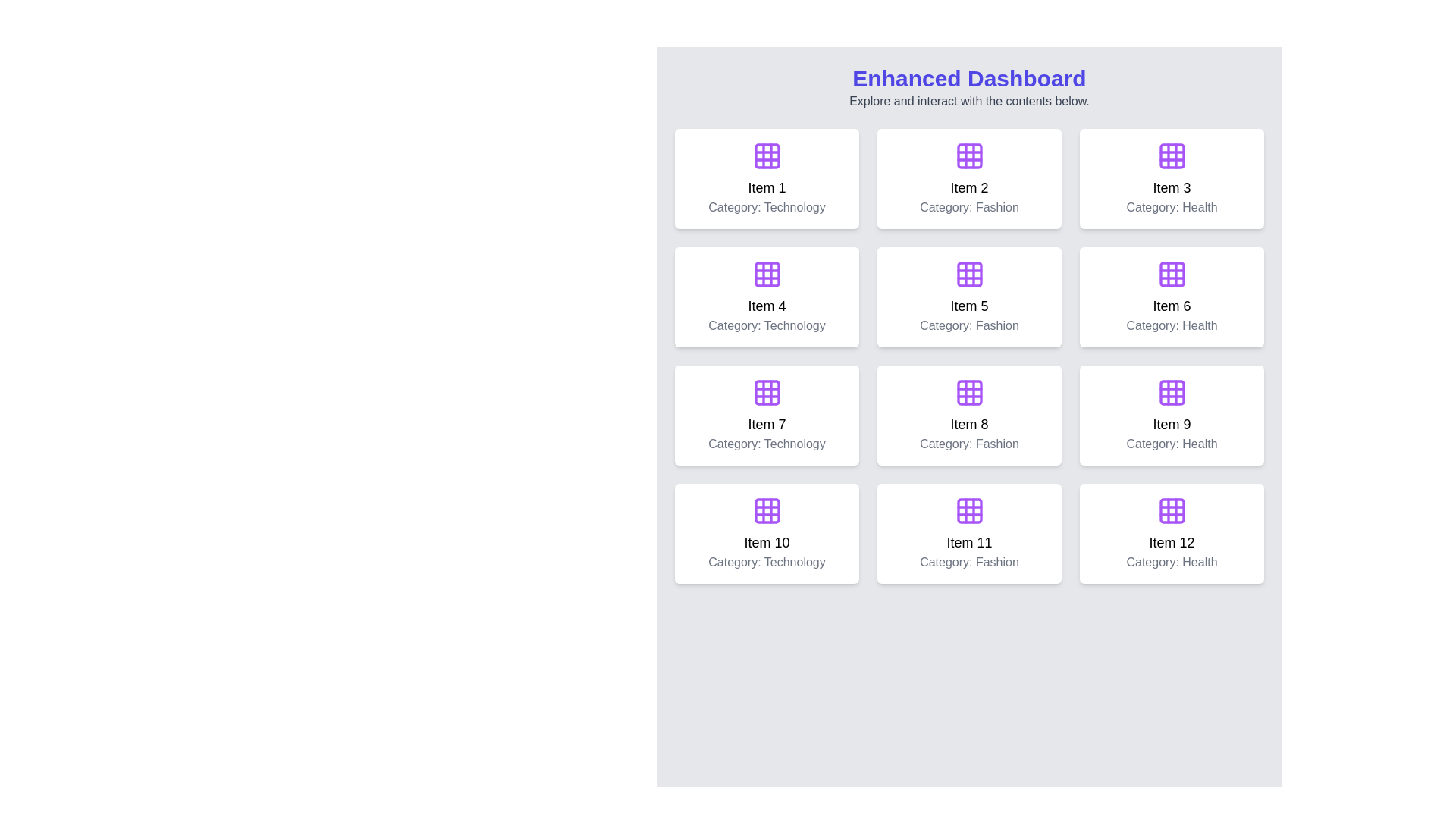 The width and height of the screenshot is (1456, 819). Describe the element at coordinates (767, 533) in the screenshot. I see `the Card element labeled 'Item 10' in the Technology category` at that location.